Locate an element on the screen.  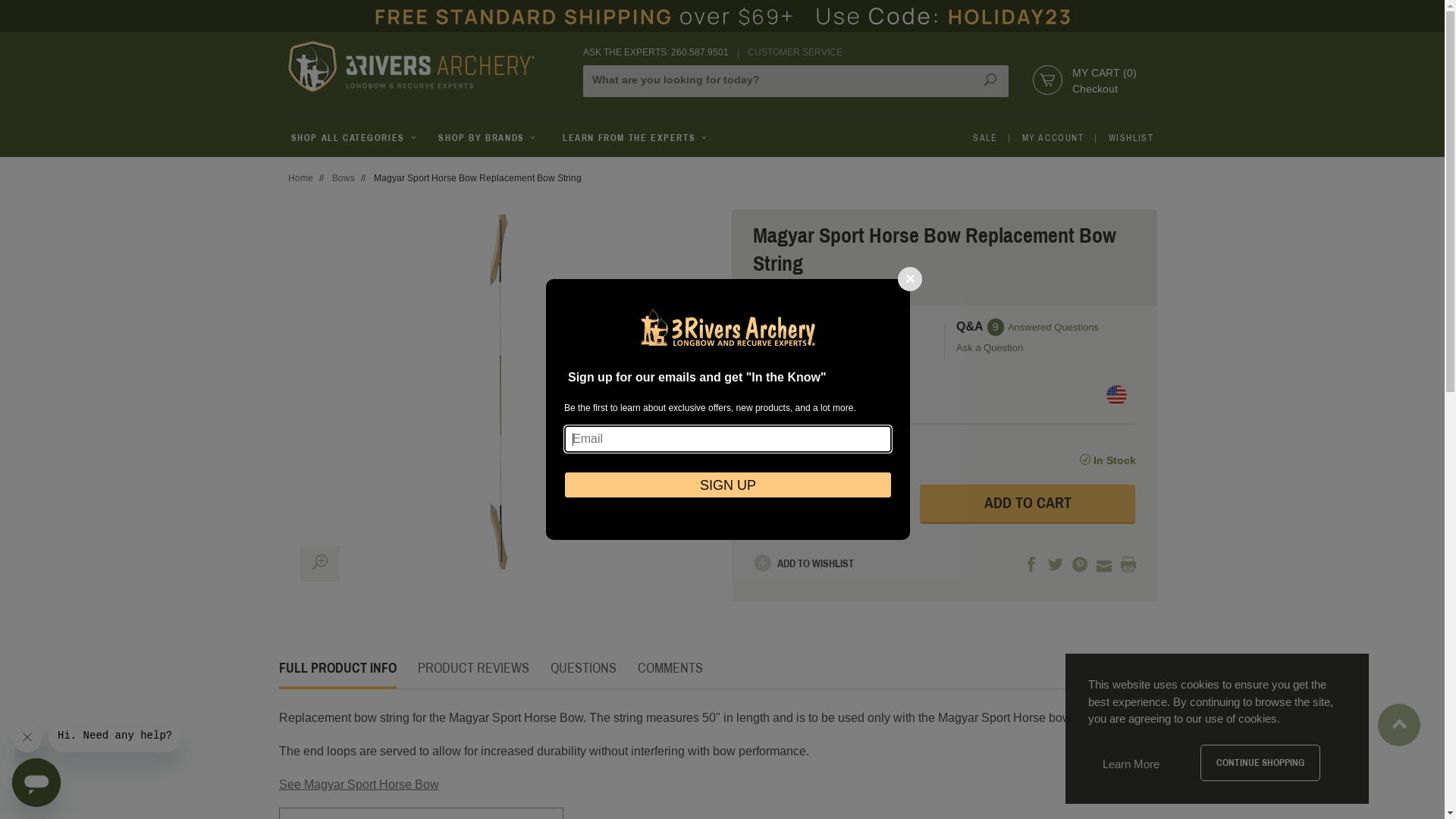
'SHOP BY BRANDS' is located at coordinates (488, 138).